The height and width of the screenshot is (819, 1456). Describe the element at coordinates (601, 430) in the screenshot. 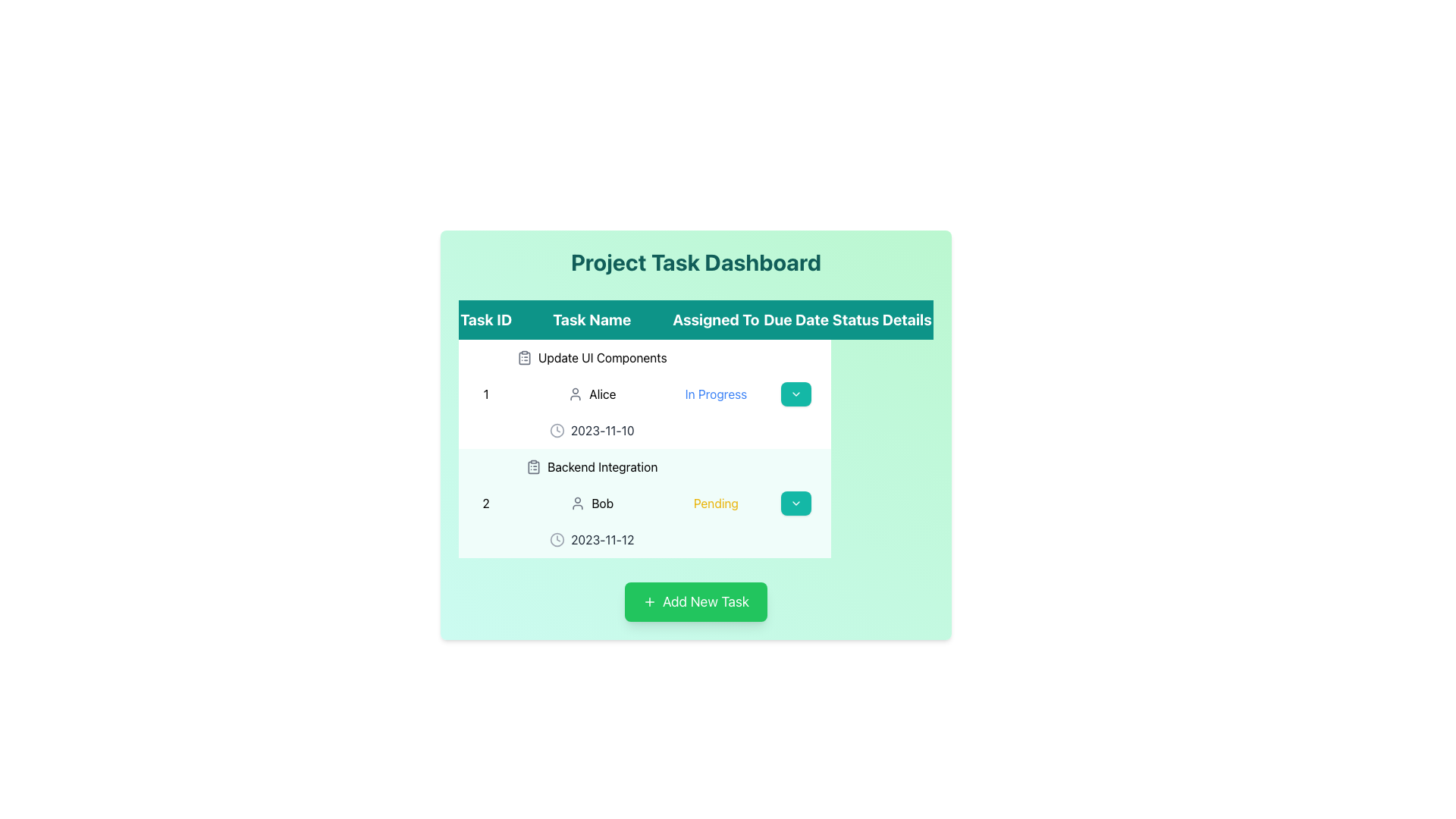

I see `the Text Display that shows the due date for the task, located to the right of the clock icon in the 'Due Date' column of the first row in the task table` at that location.